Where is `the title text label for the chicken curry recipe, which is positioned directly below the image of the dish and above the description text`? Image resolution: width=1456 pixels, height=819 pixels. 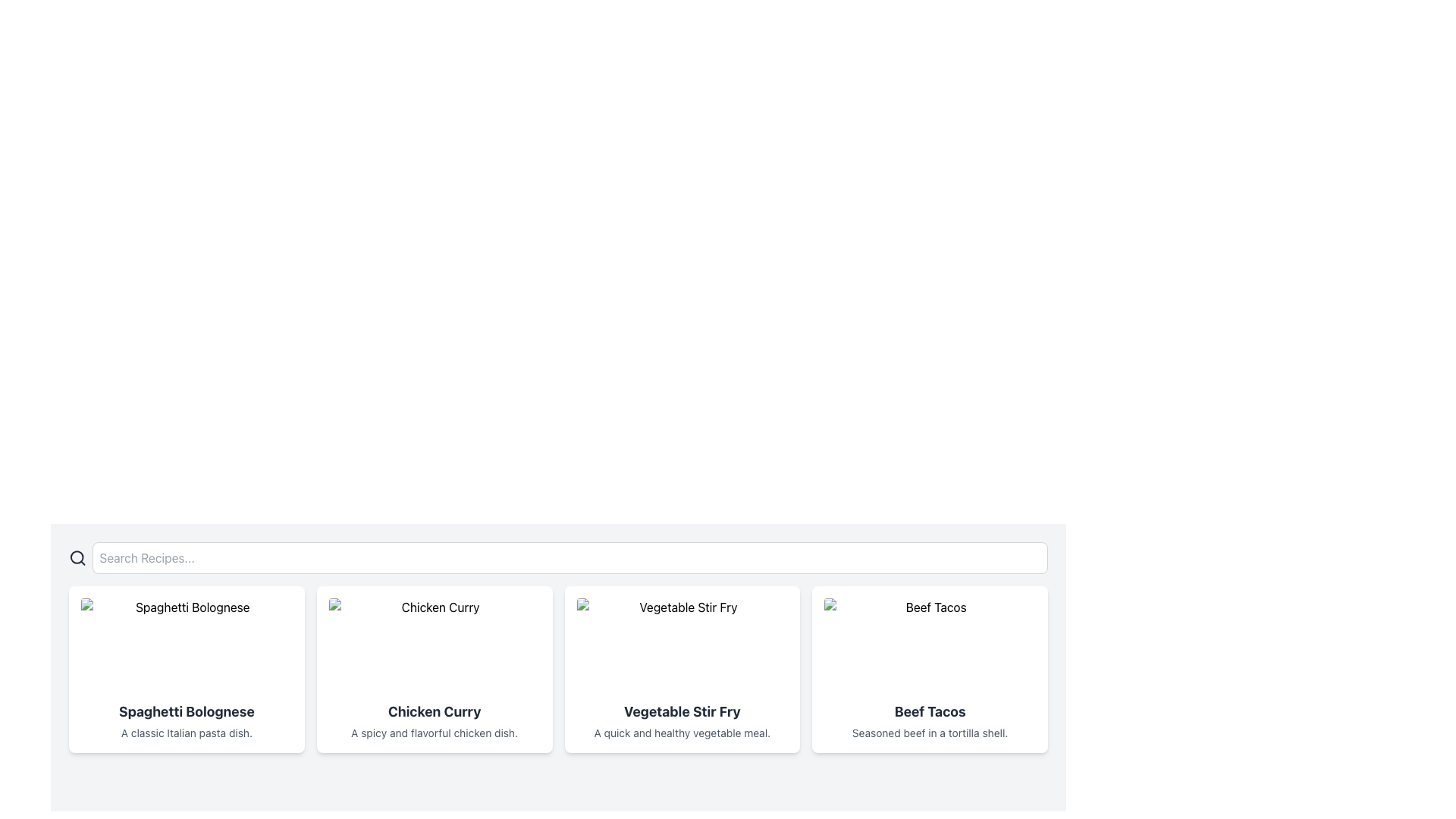
the title text label for the chicken curry recipe, which is positioned directly below the image of the dish and above the description text is located at coordinates (434, 711).